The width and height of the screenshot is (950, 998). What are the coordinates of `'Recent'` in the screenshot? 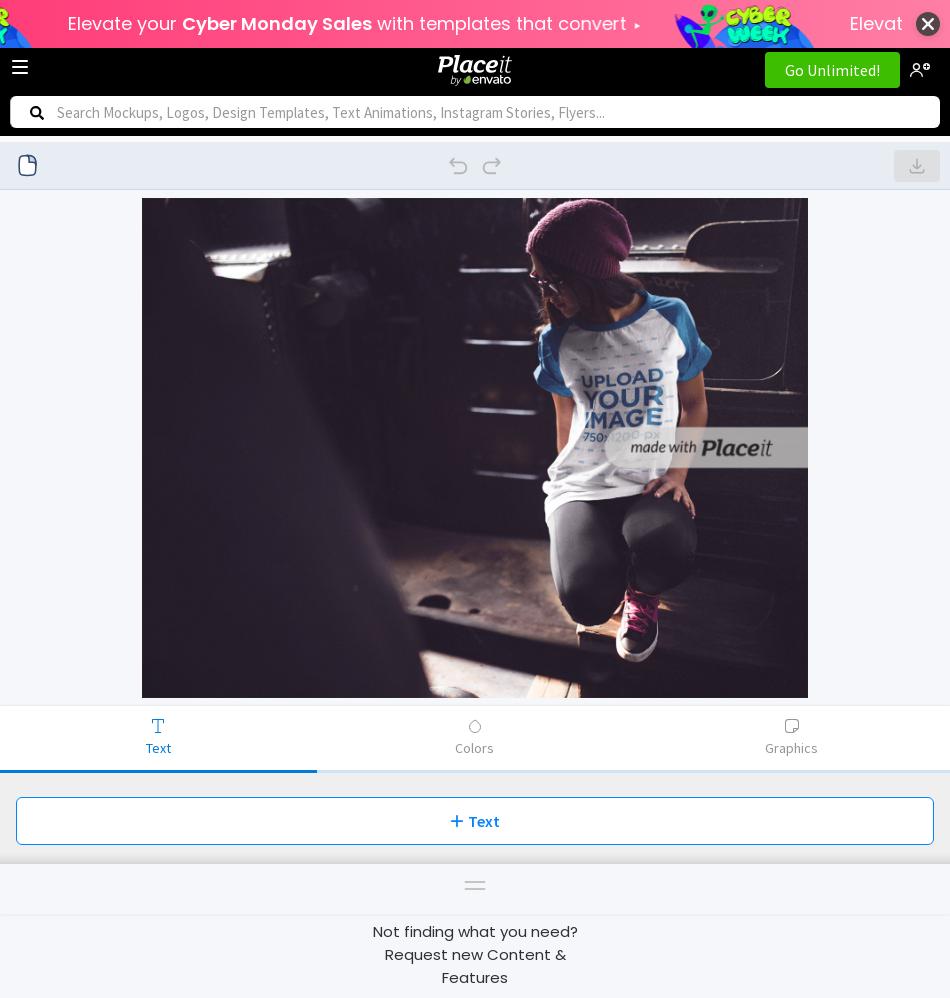 It's located at (618, 512).